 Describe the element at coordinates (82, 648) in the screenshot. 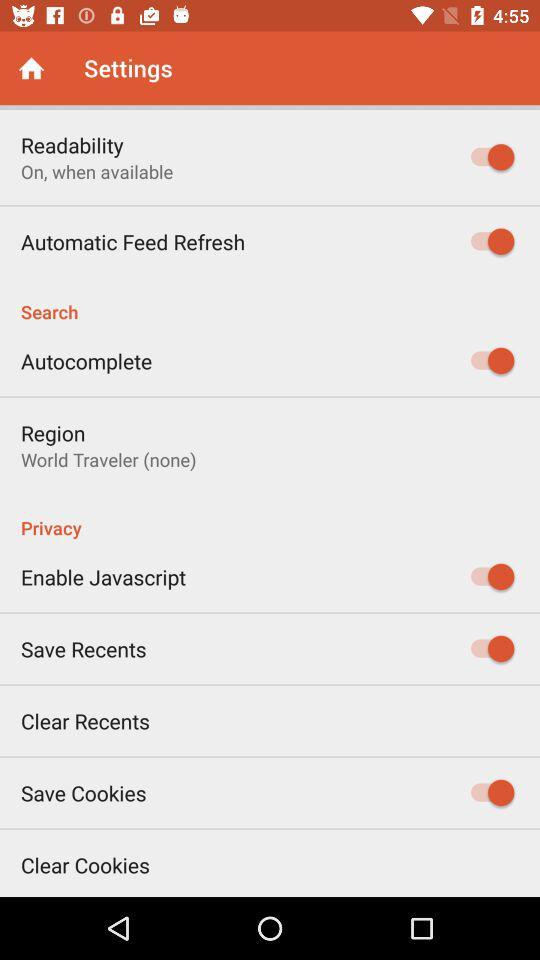

I see `the item below enable javascript item` at that location.